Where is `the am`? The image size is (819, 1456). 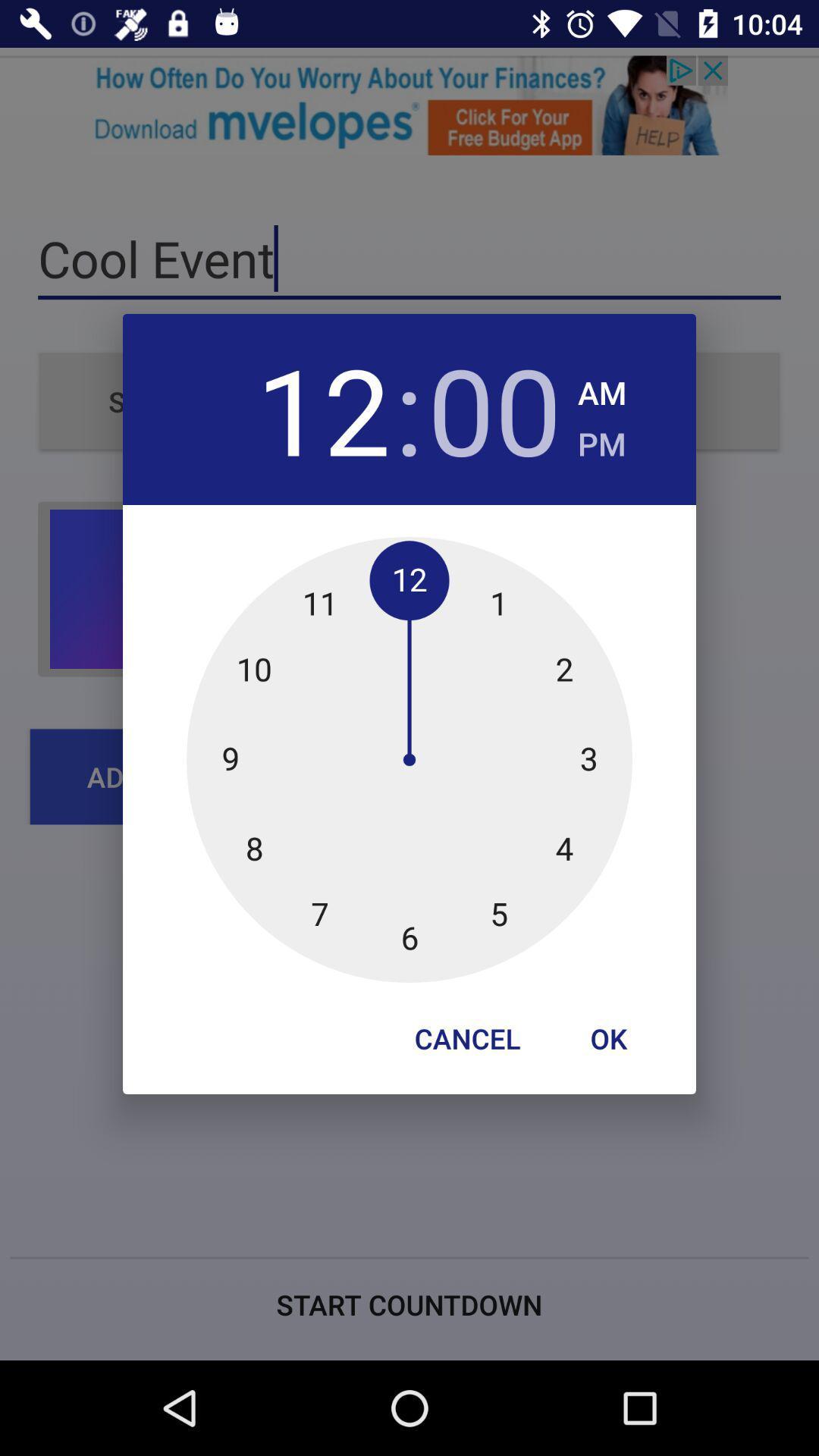
the am is located at coordinates (601, 388).